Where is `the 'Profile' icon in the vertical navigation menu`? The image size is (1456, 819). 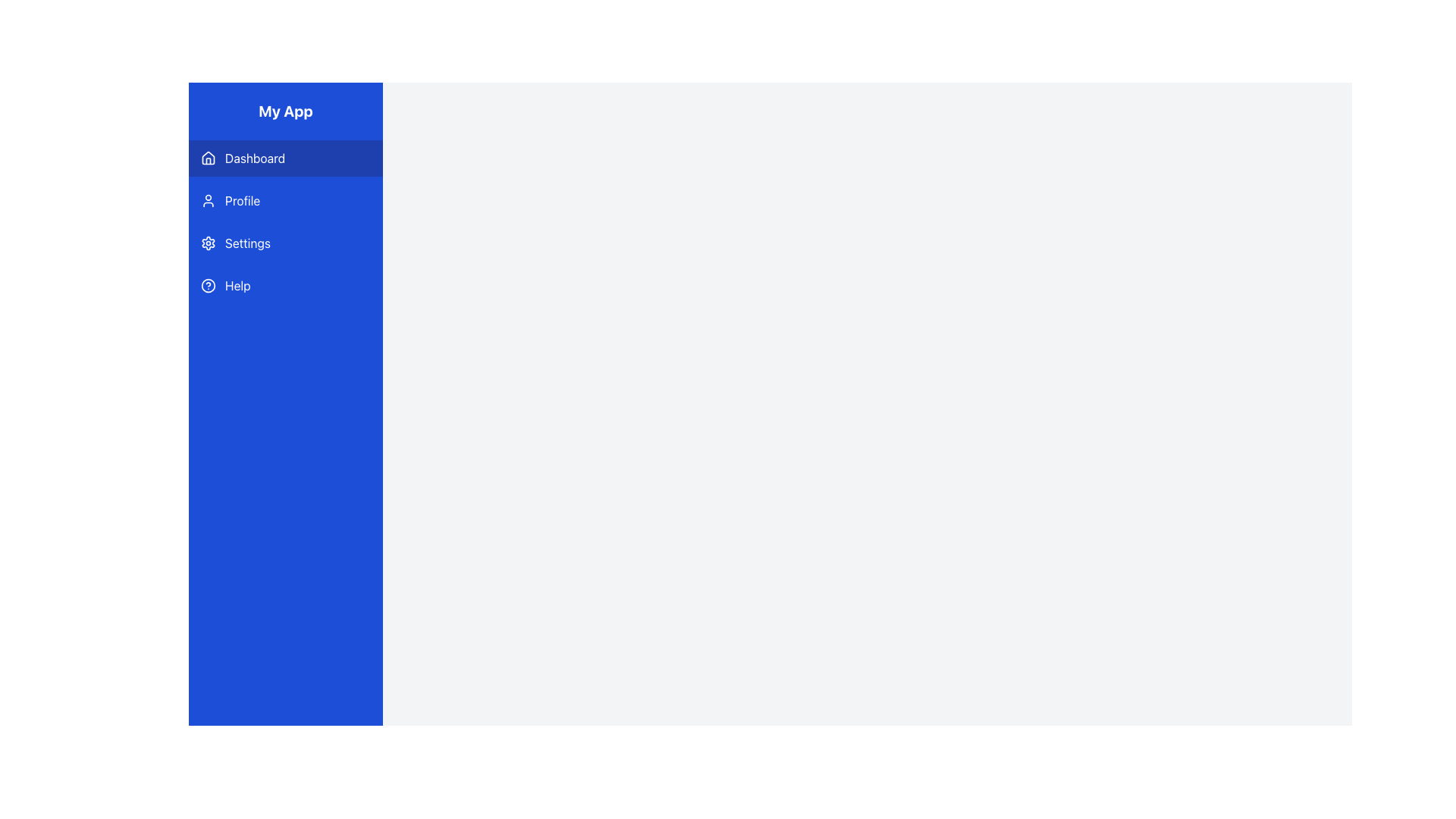 the 'Profile' icon in the vertical navigation menu is located at coordinates (207, 200).